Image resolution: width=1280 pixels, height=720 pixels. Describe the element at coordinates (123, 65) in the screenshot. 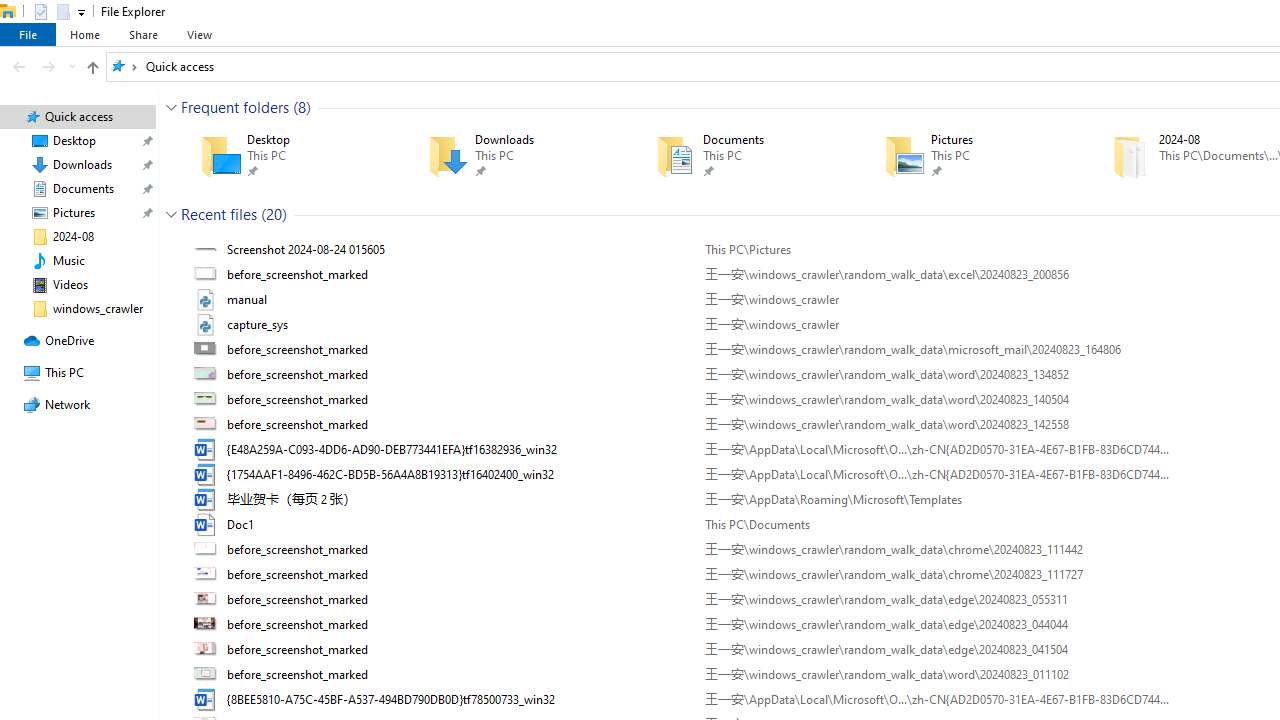

I see `'All locations'` at that location.